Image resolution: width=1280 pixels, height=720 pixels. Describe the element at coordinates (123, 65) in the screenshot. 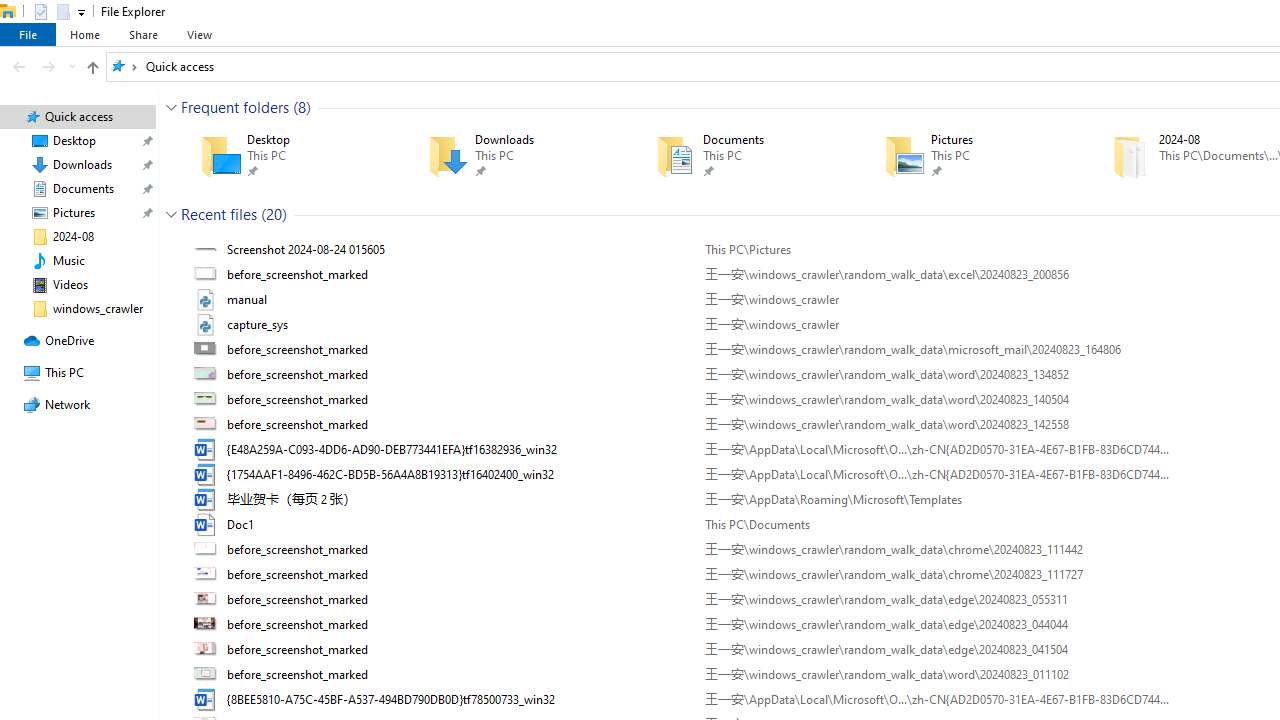

I see `'All locations'` at that location.